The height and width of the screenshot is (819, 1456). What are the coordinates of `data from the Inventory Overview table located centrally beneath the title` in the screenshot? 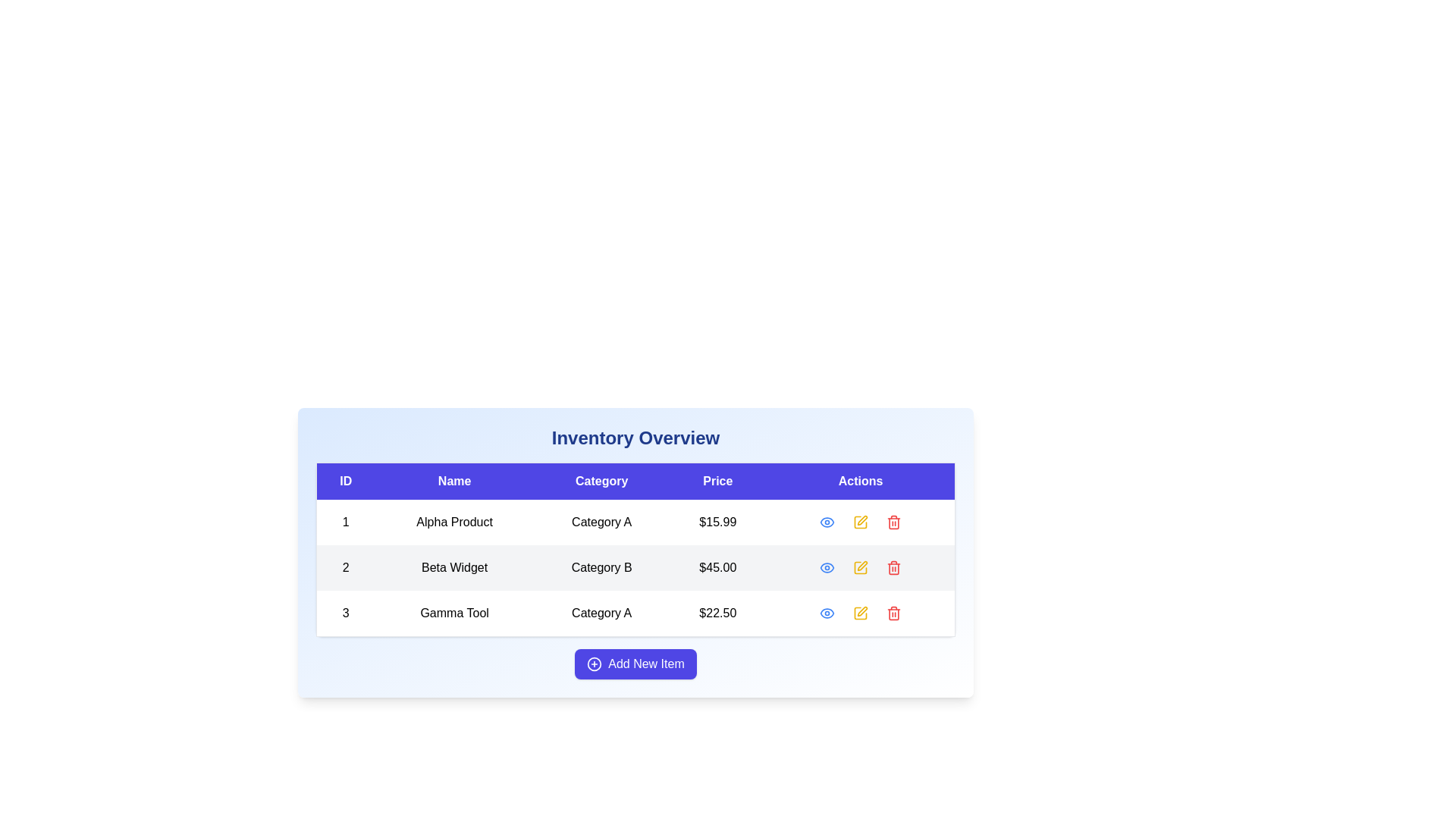 It's located at (635, 550).